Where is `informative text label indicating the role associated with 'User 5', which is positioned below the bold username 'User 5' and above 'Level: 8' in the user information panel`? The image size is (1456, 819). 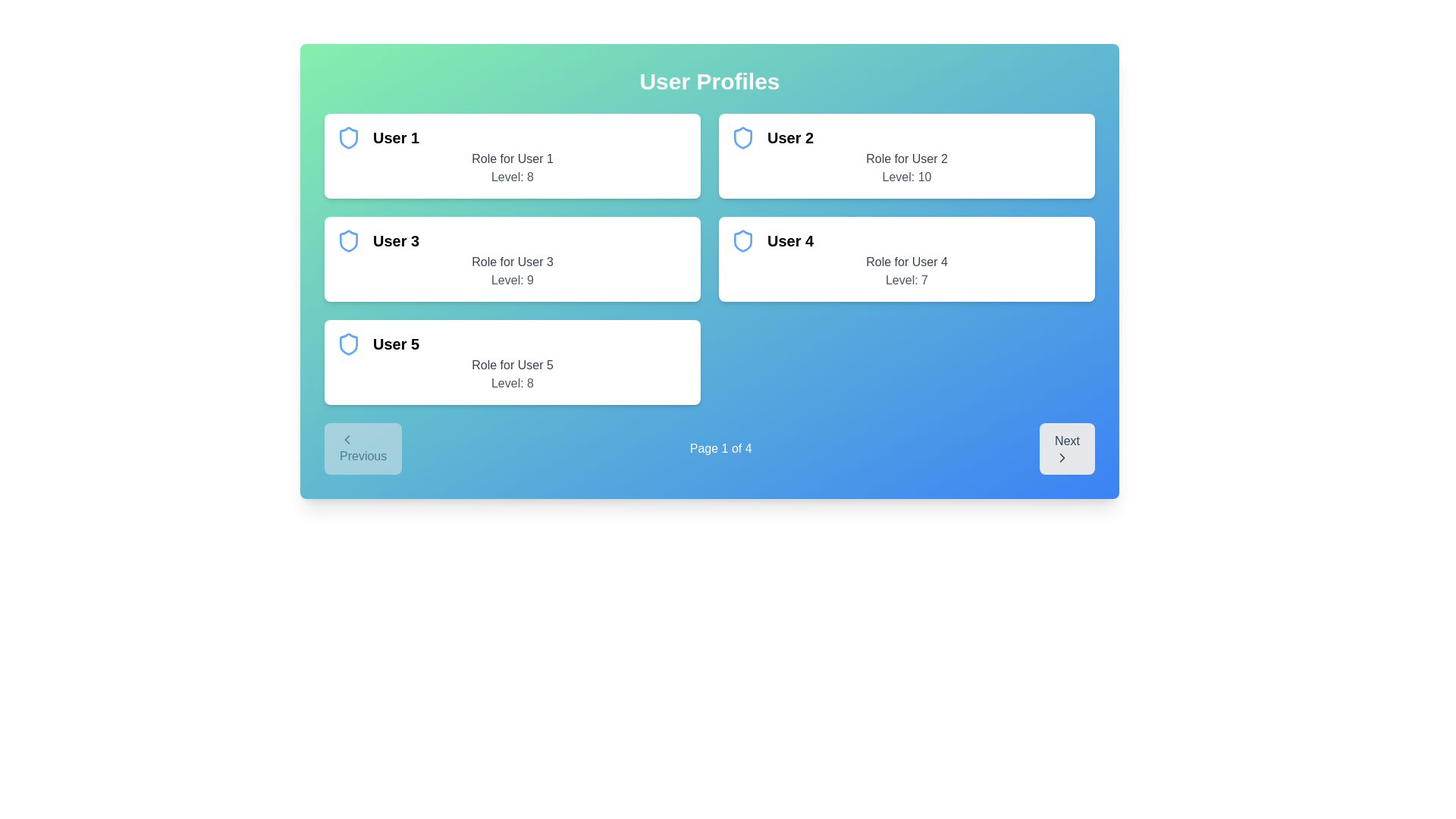 informative text label indicating the role associated with 'User 5', which is positioned below the bold username 'User 5' and above 'Level: 8' in the user information panel is located at coordinates (513, 366).